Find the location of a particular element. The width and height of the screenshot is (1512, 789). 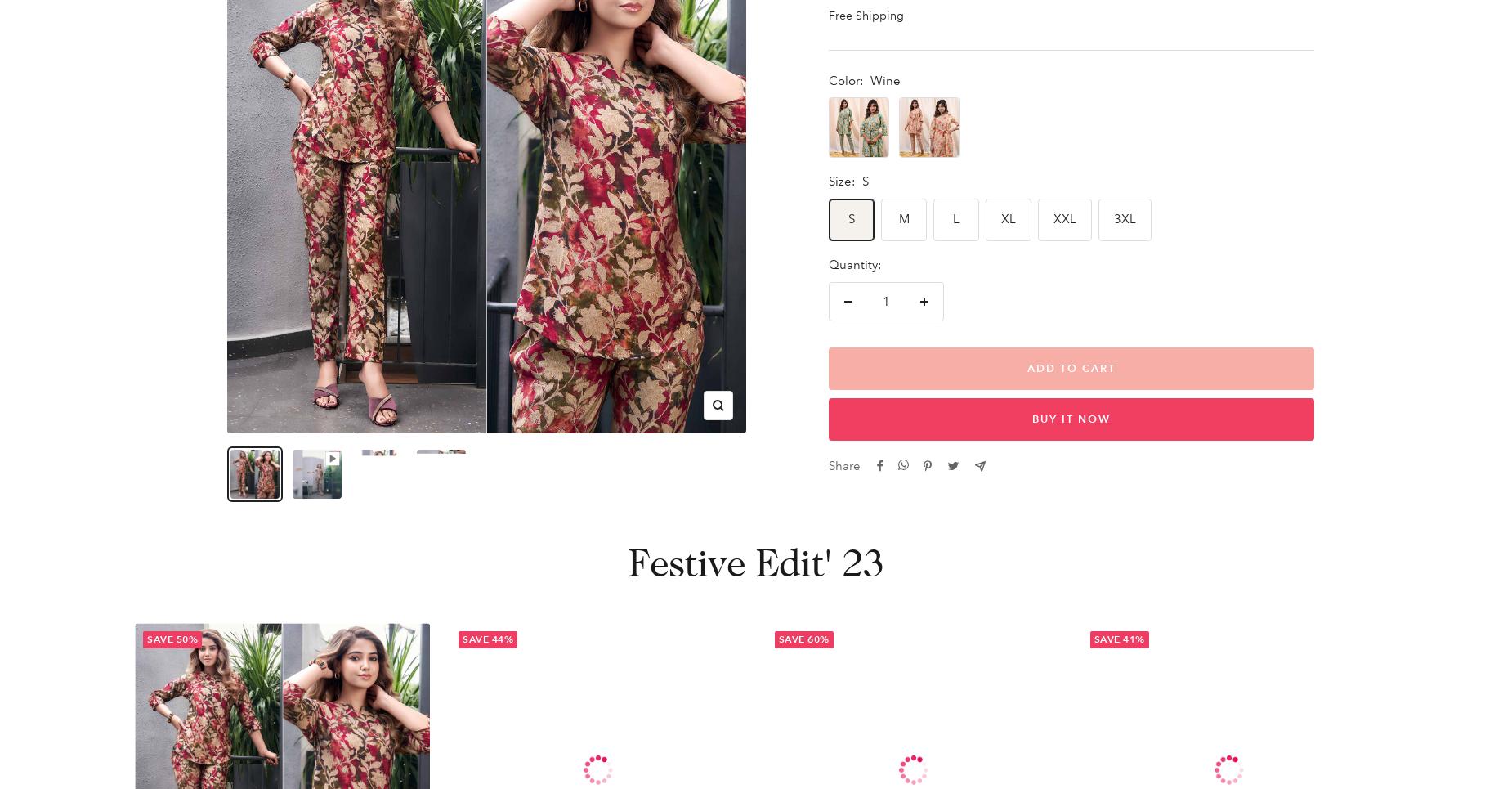

'XXL' is located at coordinates (1053, 218).